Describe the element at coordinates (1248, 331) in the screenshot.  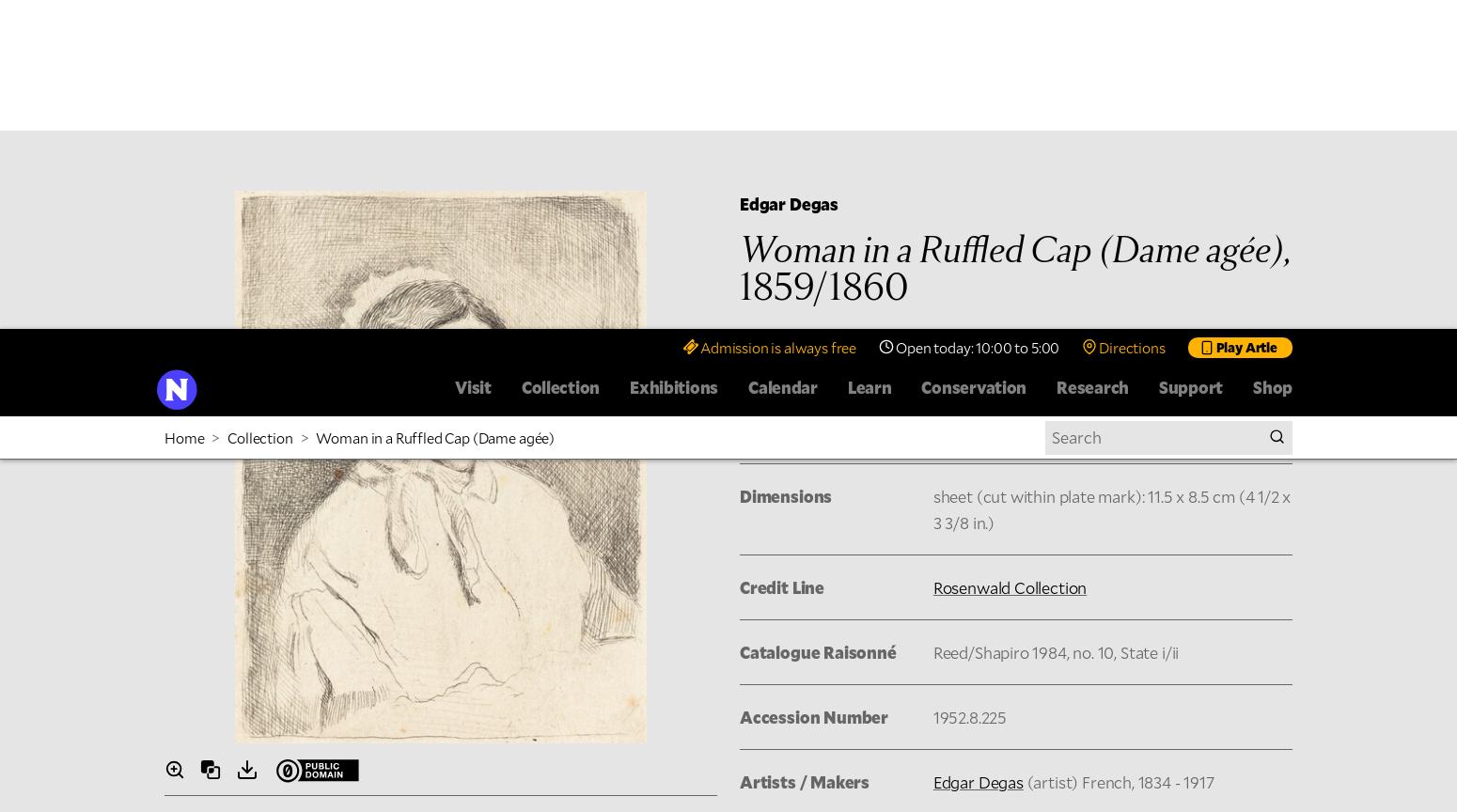
I see `'.'` at that location.